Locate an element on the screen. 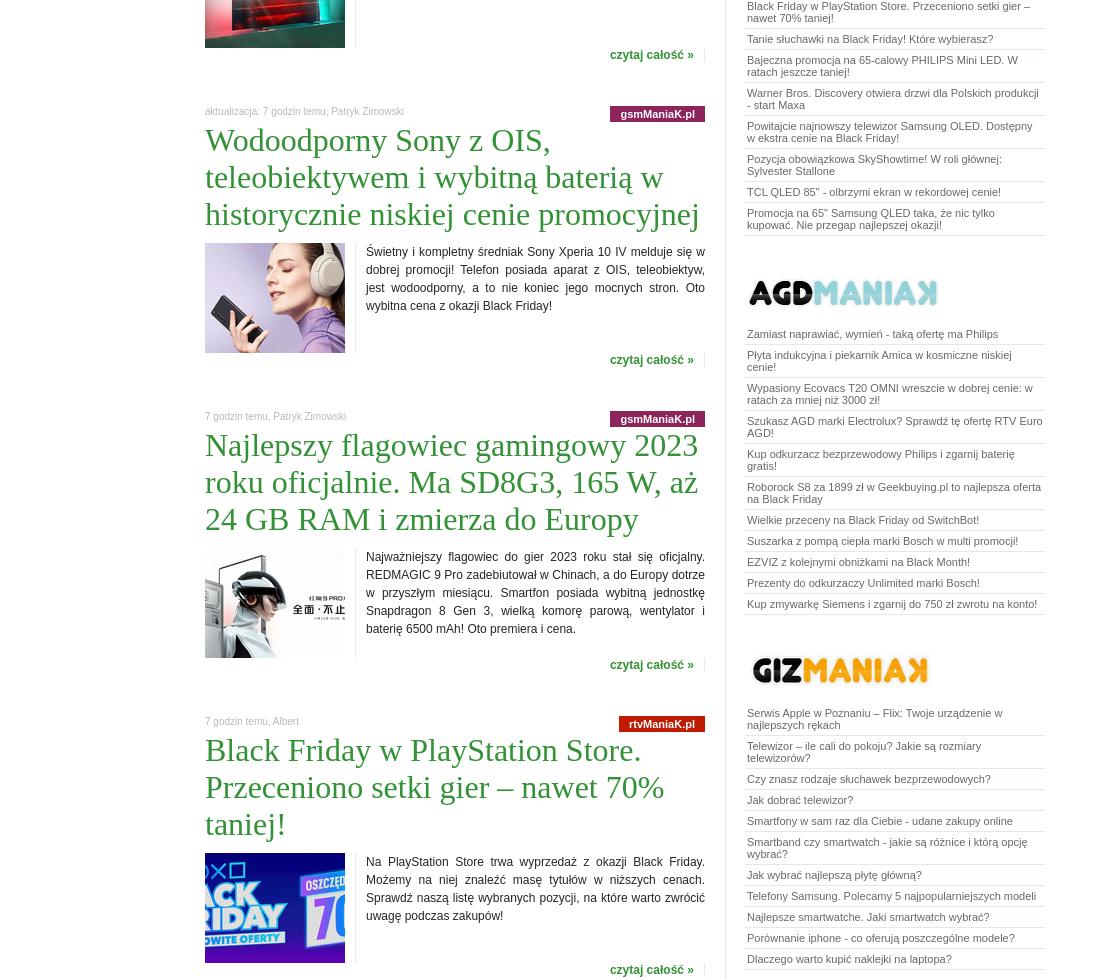 The height and width of the screenshot is (979, 1100). 'Serwis Apple w Poznaniu – Flix: Twoje urządzenie w najlepszych rękach' is located at coordinates (746, 717).